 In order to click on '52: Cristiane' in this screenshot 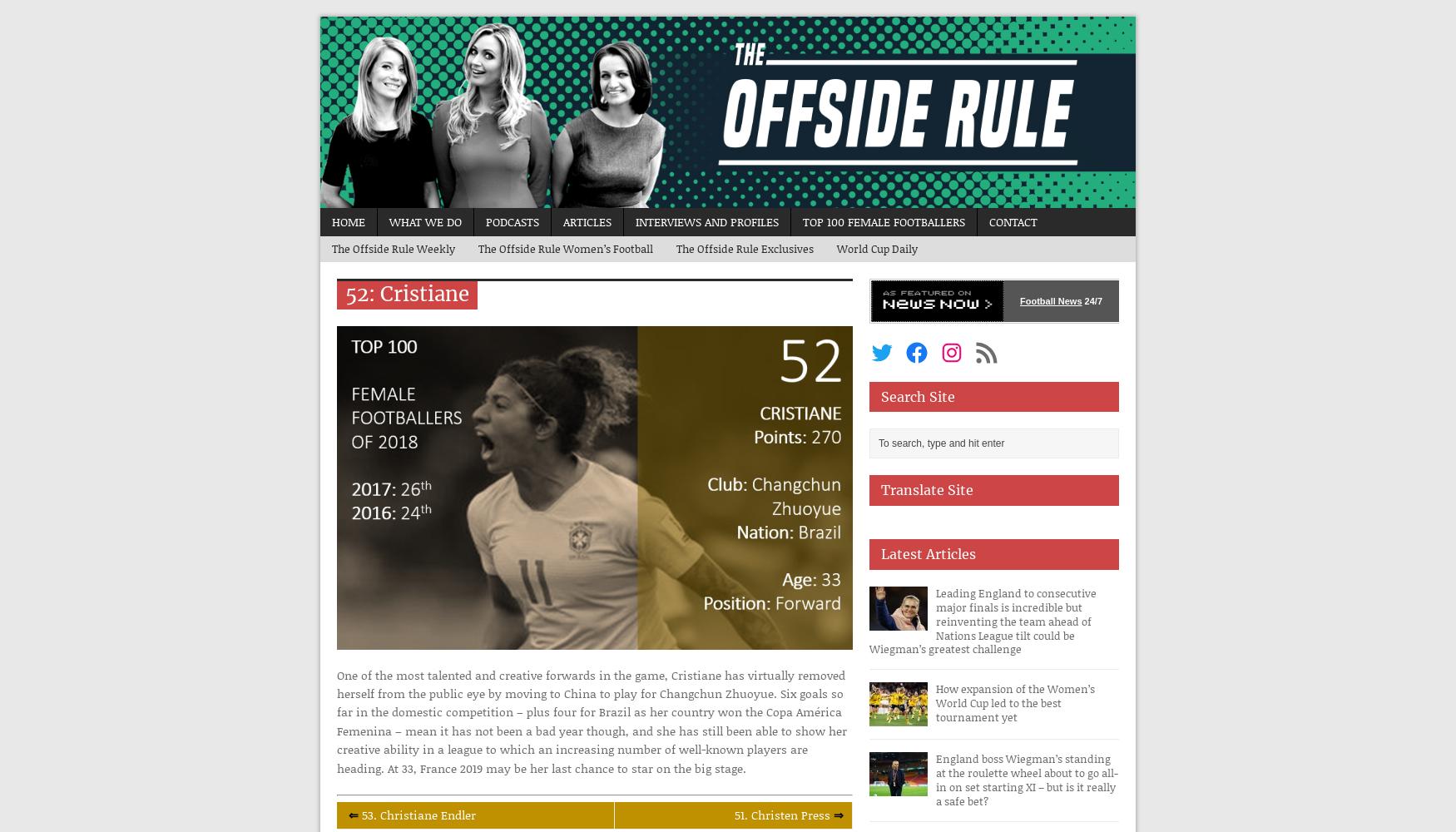, I will do `click(344, 292)`.